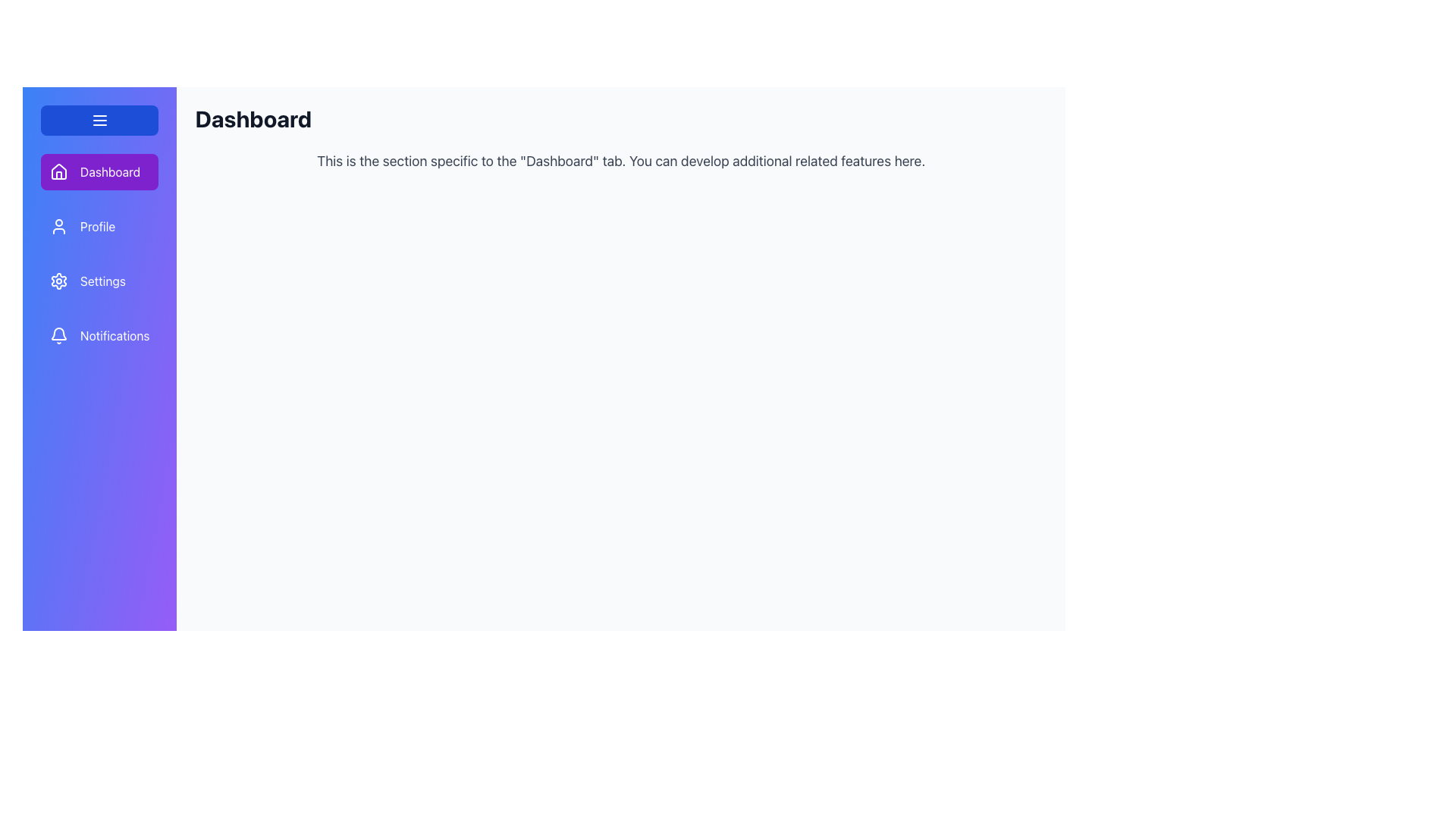  What do you see at coordinates (99, 119) in the screenshot?
I see `the menu icon located at the top of the vertical sidebar` at bounding box center [99, 119].